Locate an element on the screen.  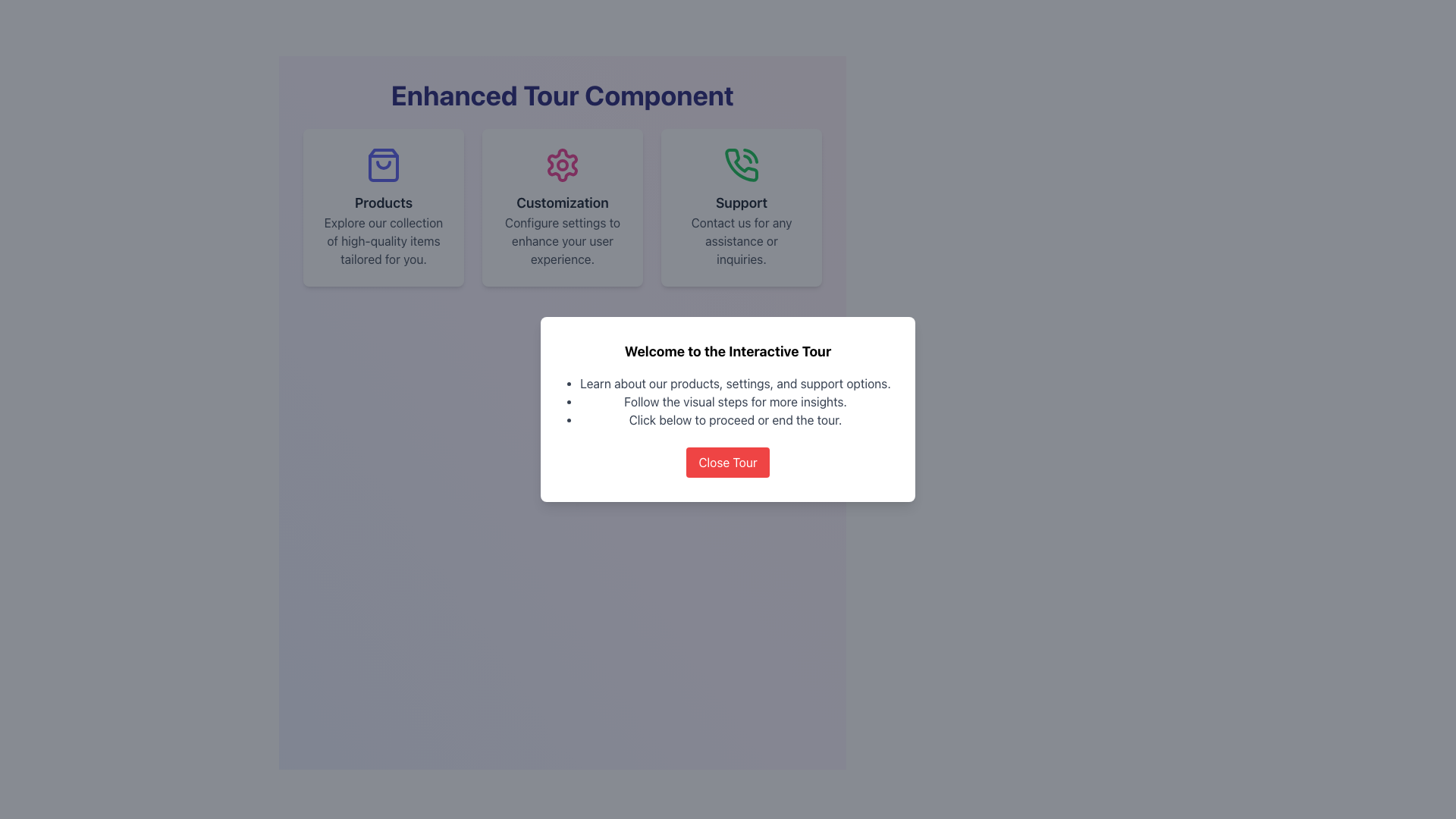
the second text block that provides contact information for customer support, located directly below the 'Support' heading is located at coordinates (742, 240).